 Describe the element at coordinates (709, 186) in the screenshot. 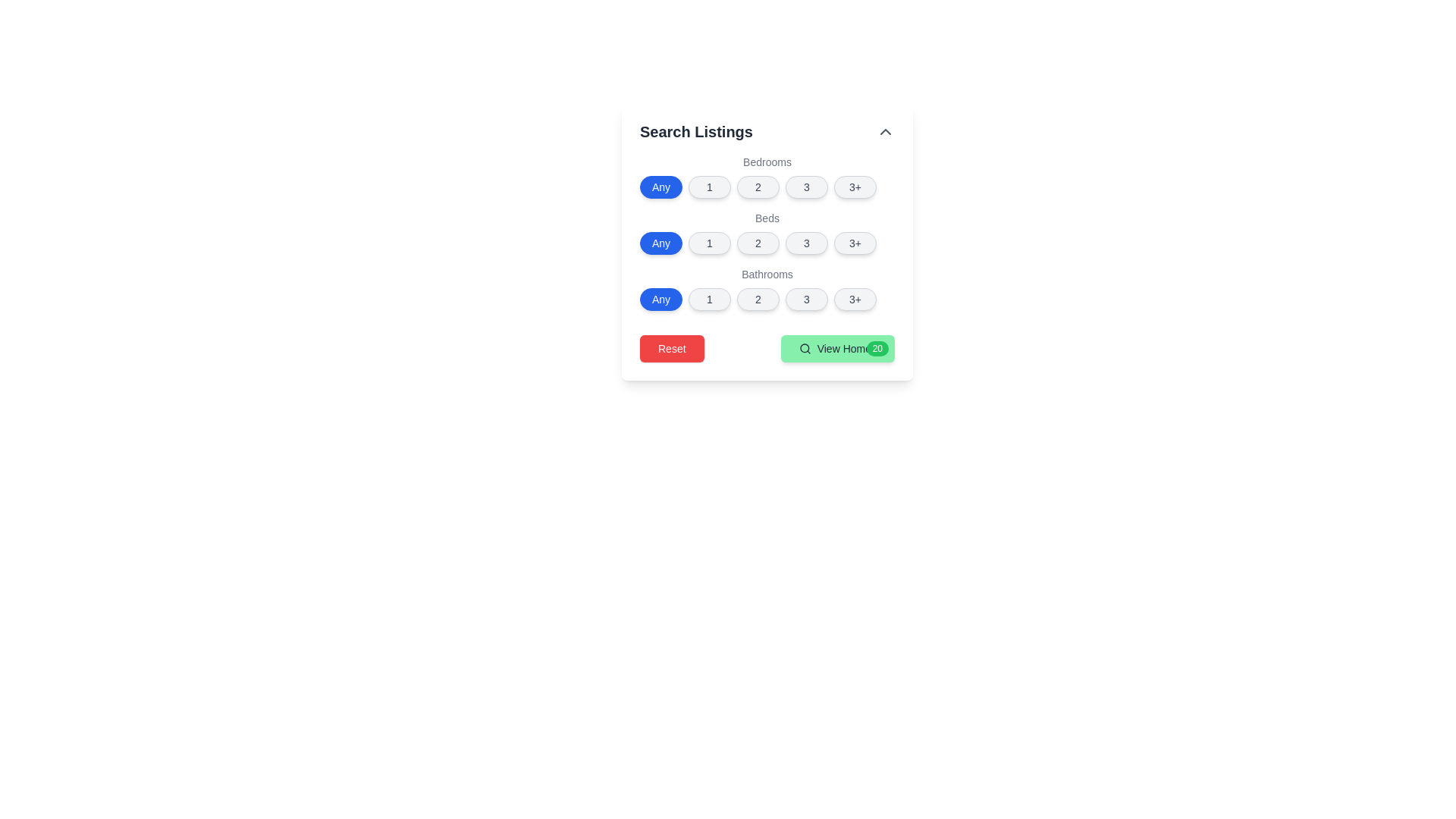

I see `the second button in the group of five under the 'Bedrooms' label` at that location.